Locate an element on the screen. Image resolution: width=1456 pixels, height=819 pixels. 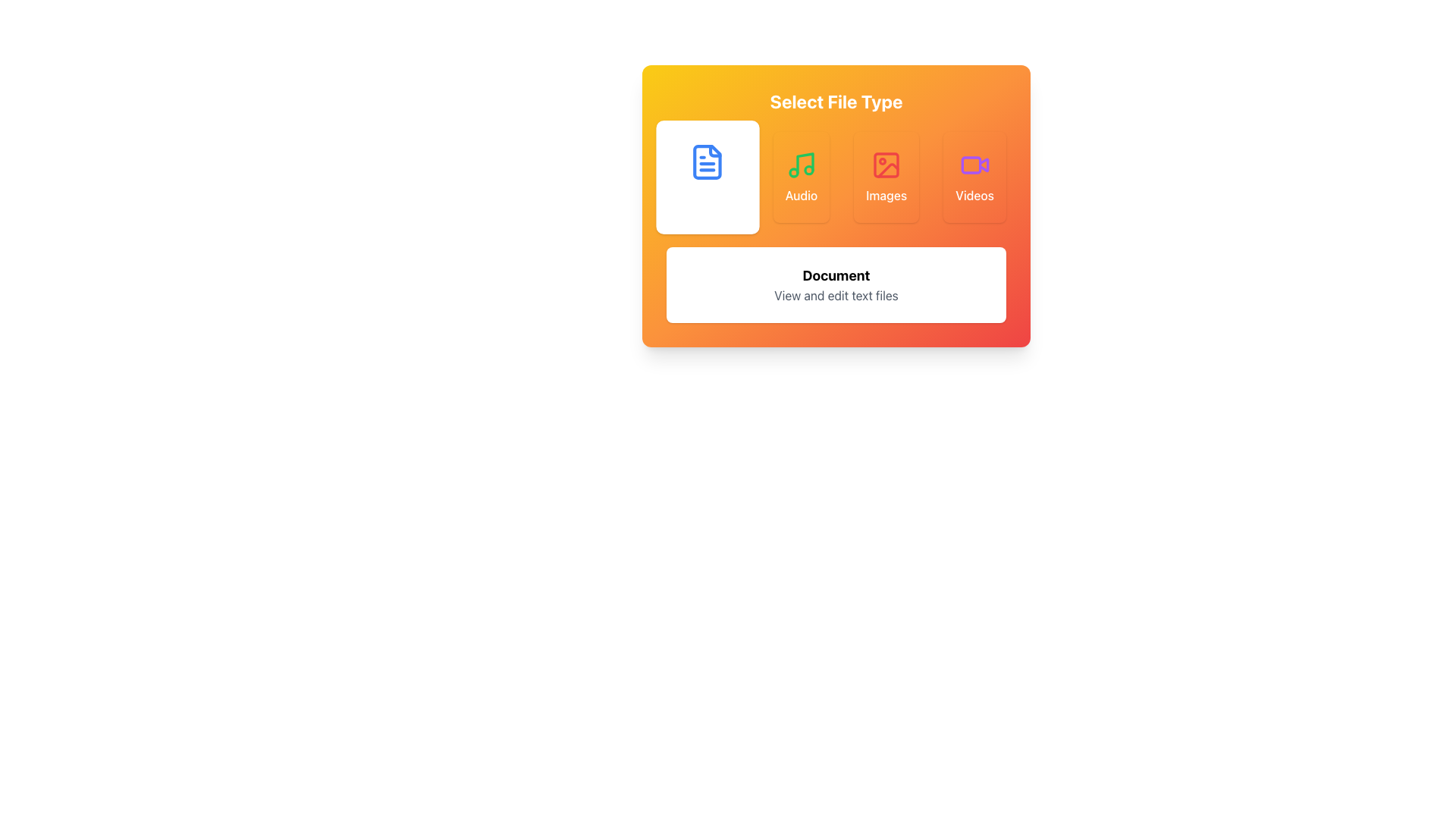
the centered text message displaying 'Select File Type' in bold white font at the upper section of a gradient background panel is located at coordinates (836, 102).